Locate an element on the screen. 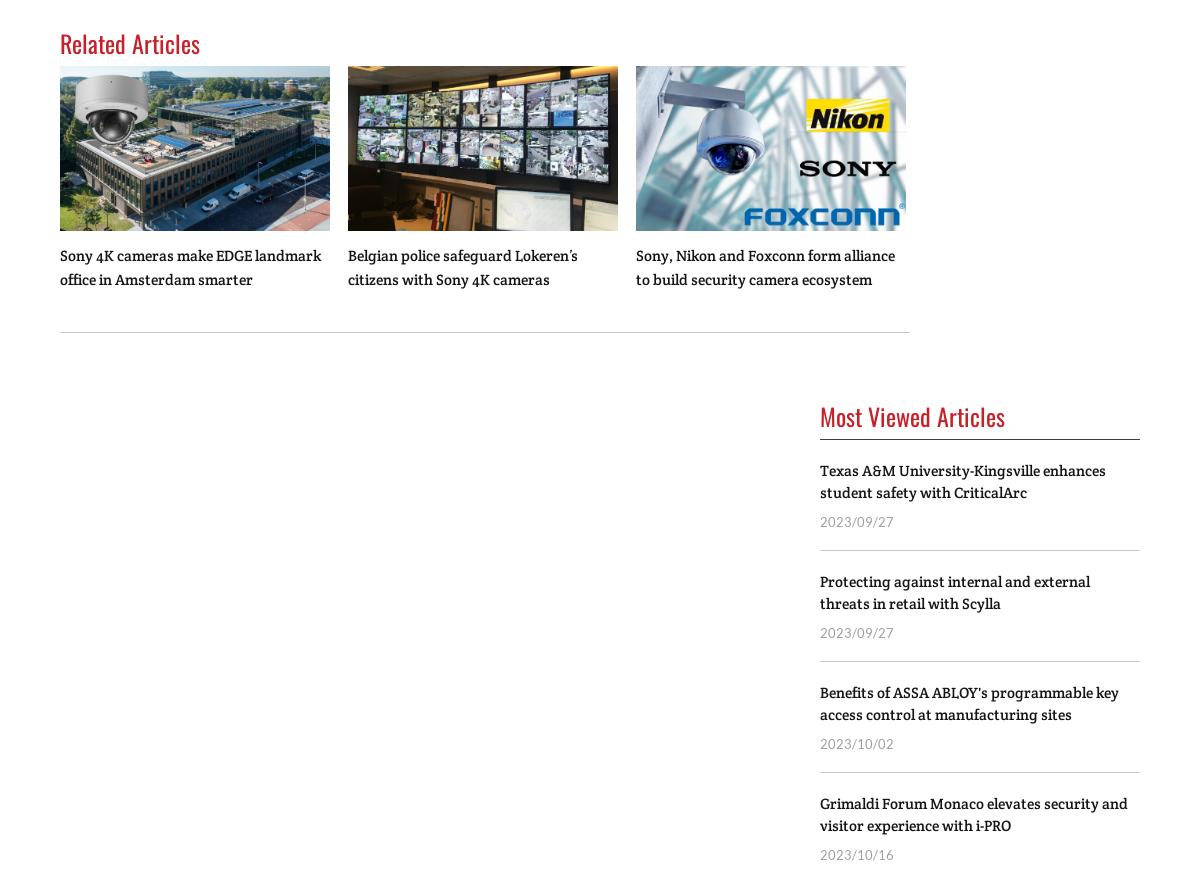 Image resolution: width=1200 pixels, height=872 pixels. 'Most Viewed Articles' is located at coordinates (912, 416).